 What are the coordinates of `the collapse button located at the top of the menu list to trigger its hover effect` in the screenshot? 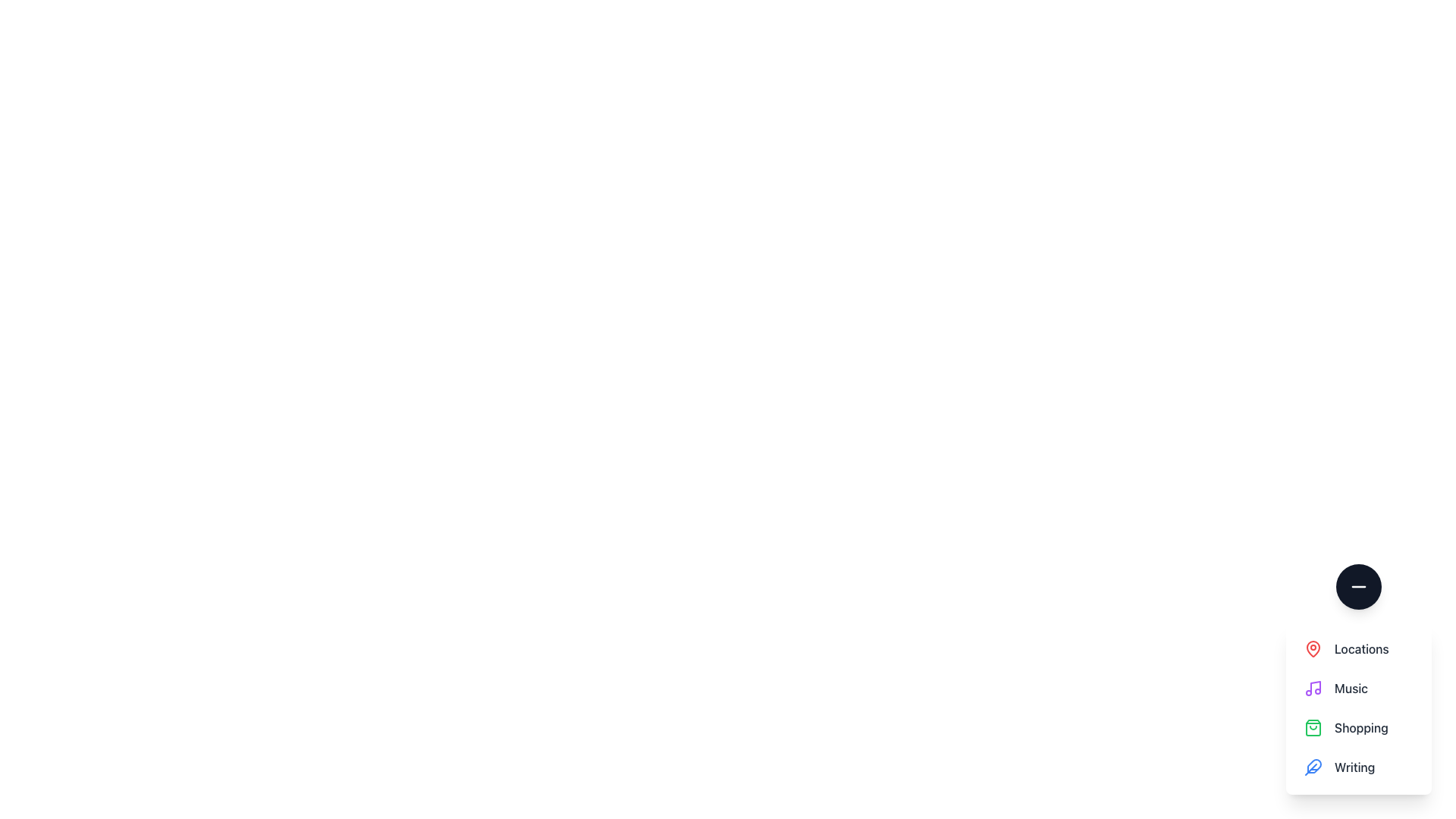 It's located at (1358, 586).